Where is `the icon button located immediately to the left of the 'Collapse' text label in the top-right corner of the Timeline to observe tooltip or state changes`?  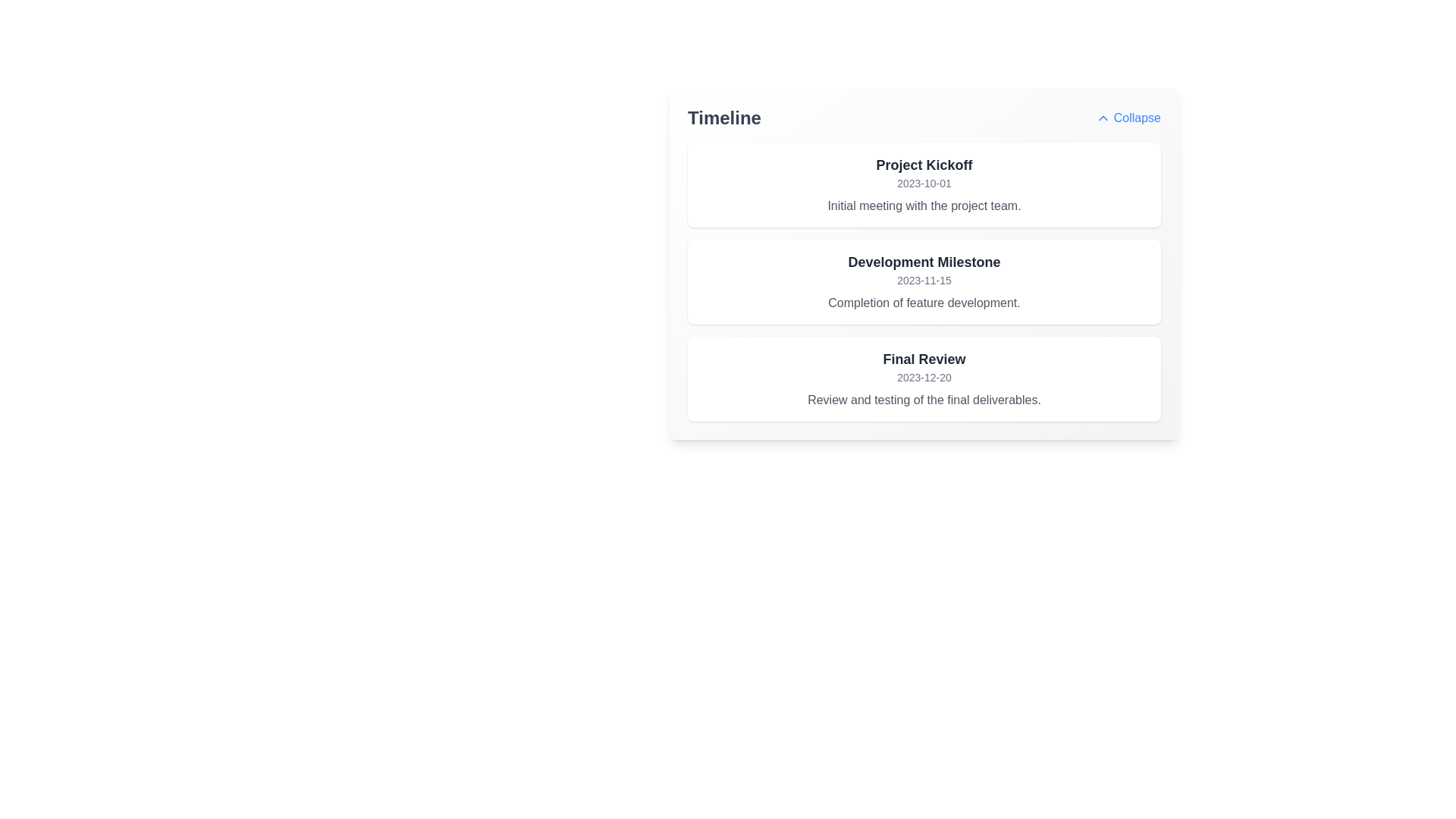
the icon button located immediately to the left of the 'Collapse' text label in the top-right corner of the Timeline to observe tooltip or state changes is located at coordinates (1103, 117).